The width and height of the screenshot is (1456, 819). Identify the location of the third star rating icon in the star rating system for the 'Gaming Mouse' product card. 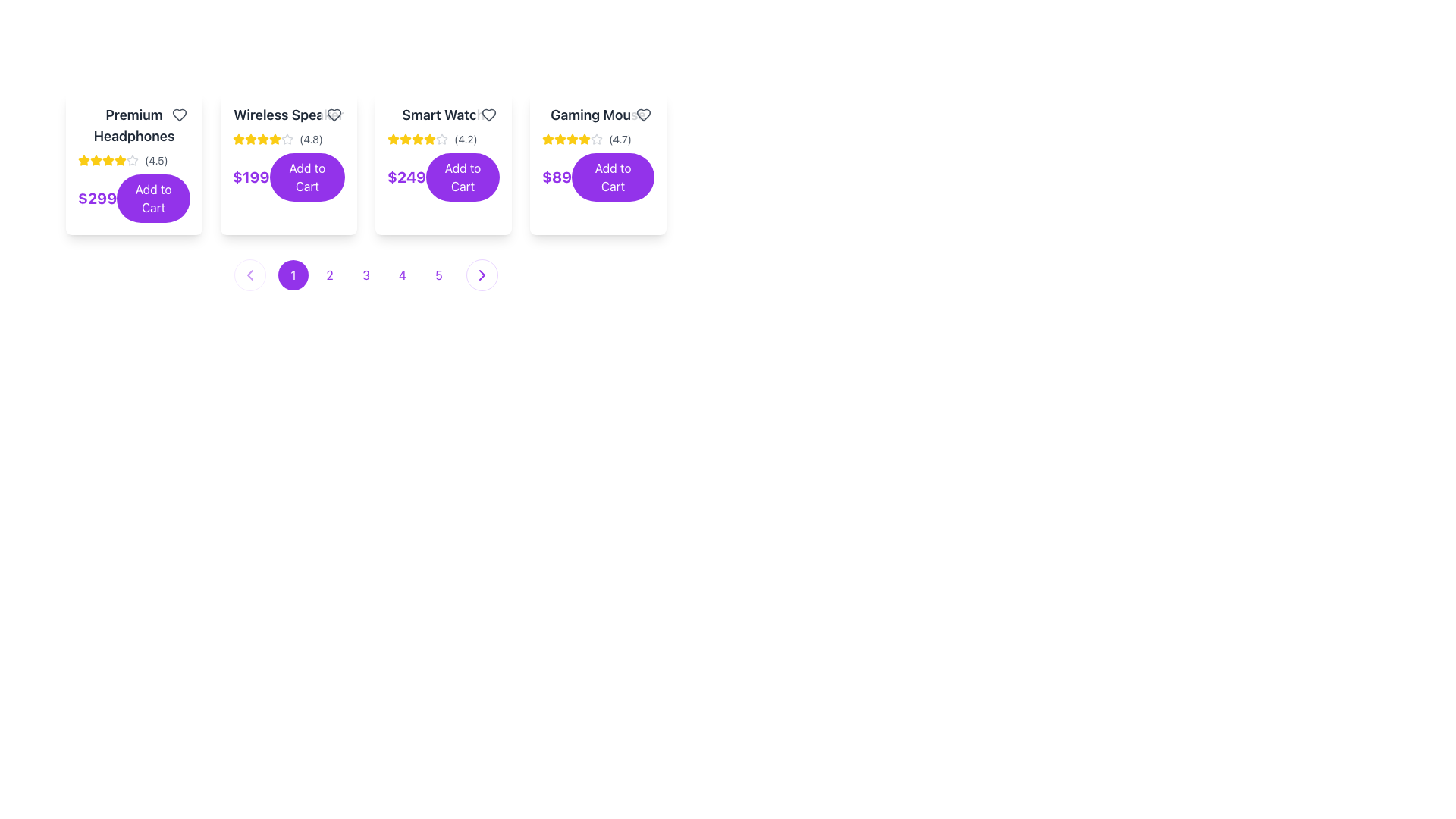
(560, 140).